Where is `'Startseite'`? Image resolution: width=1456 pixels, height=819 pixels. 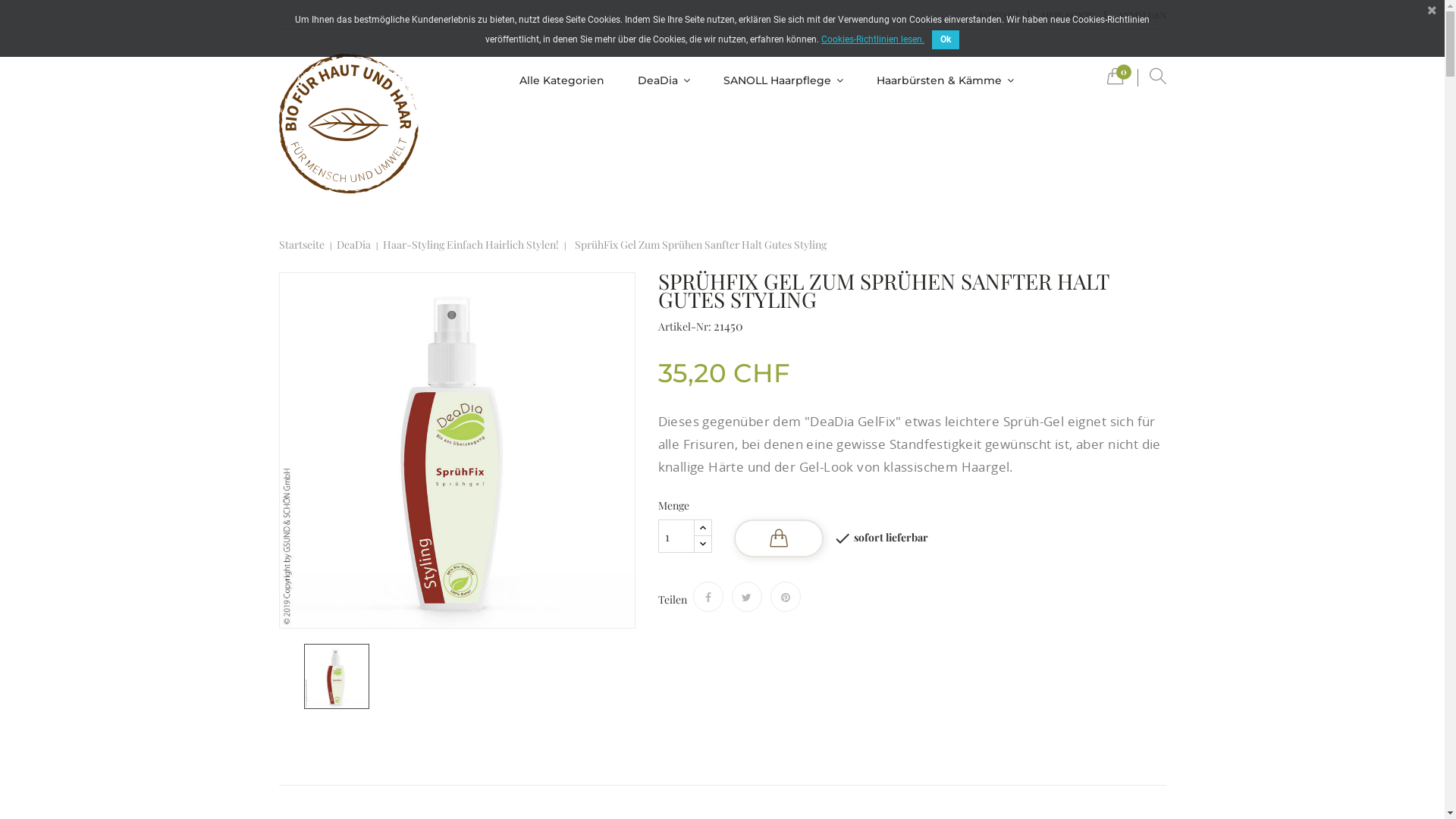 'Startseite' is located at coordinates (302, 244).